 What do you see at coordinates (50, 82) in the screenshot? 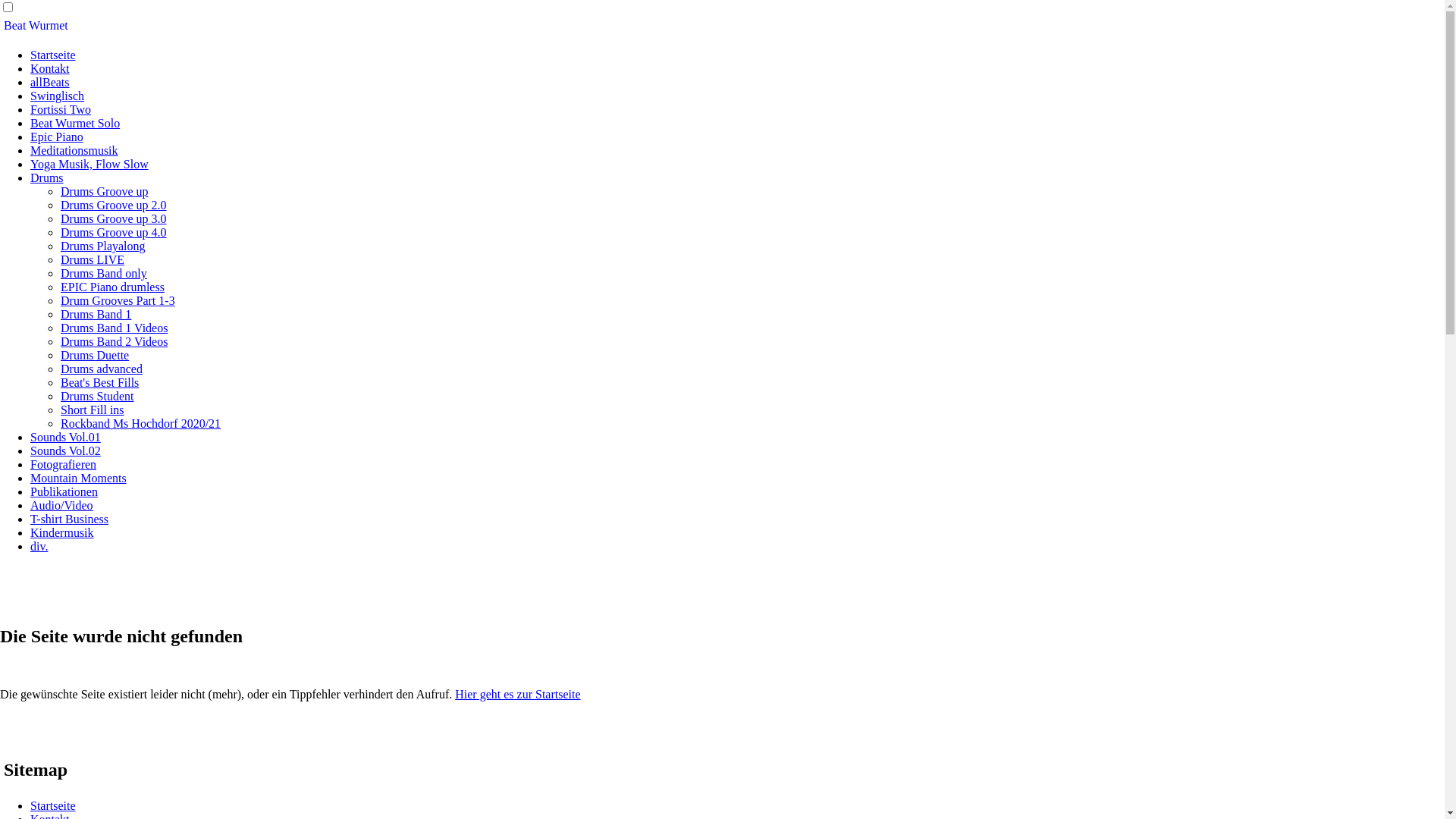
I see `'allBeats'` at bounding box center [50, 82].